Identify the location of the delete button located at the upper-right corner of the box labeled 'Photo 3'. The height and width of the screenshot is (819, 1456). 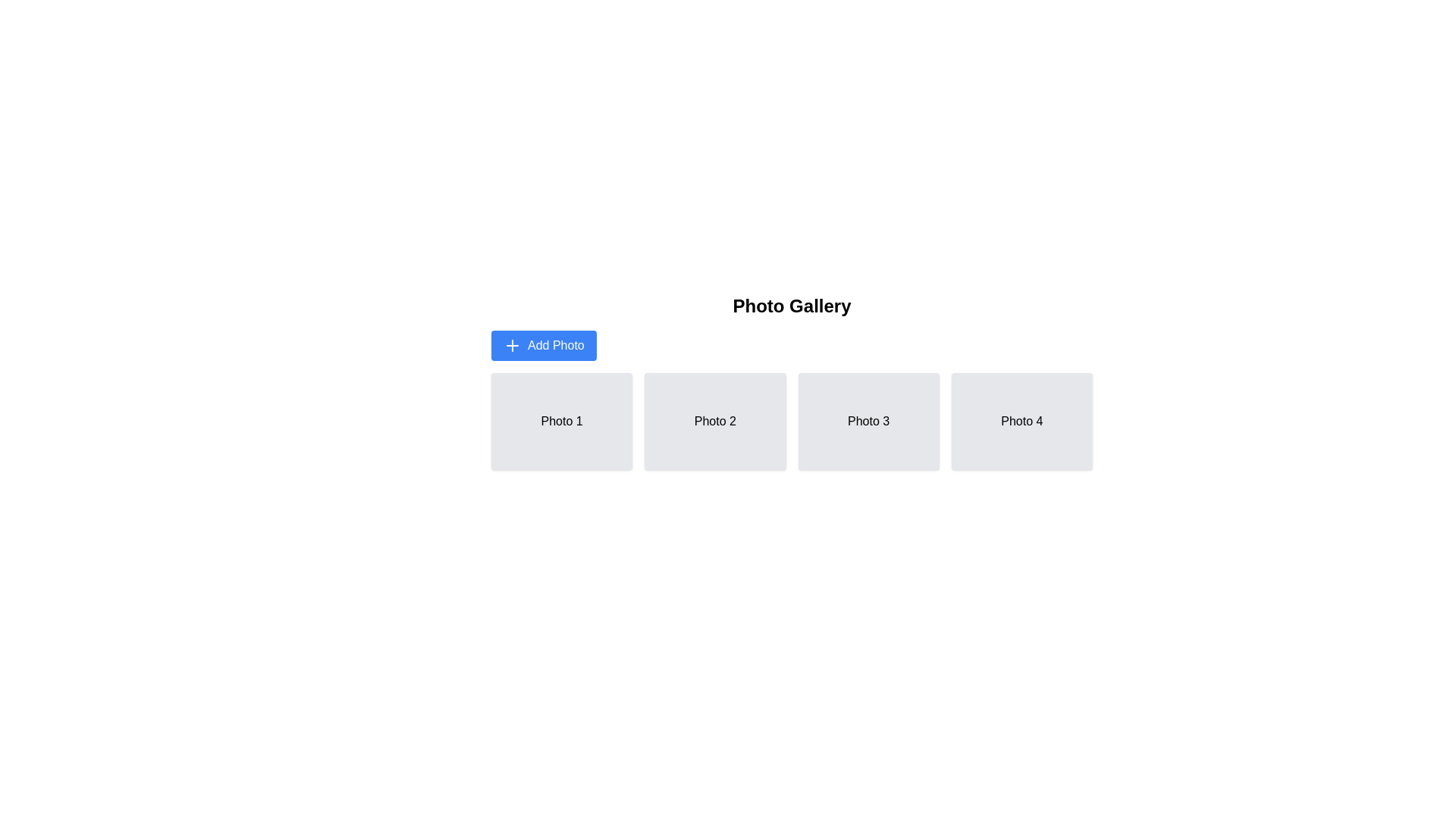
(926, 384).